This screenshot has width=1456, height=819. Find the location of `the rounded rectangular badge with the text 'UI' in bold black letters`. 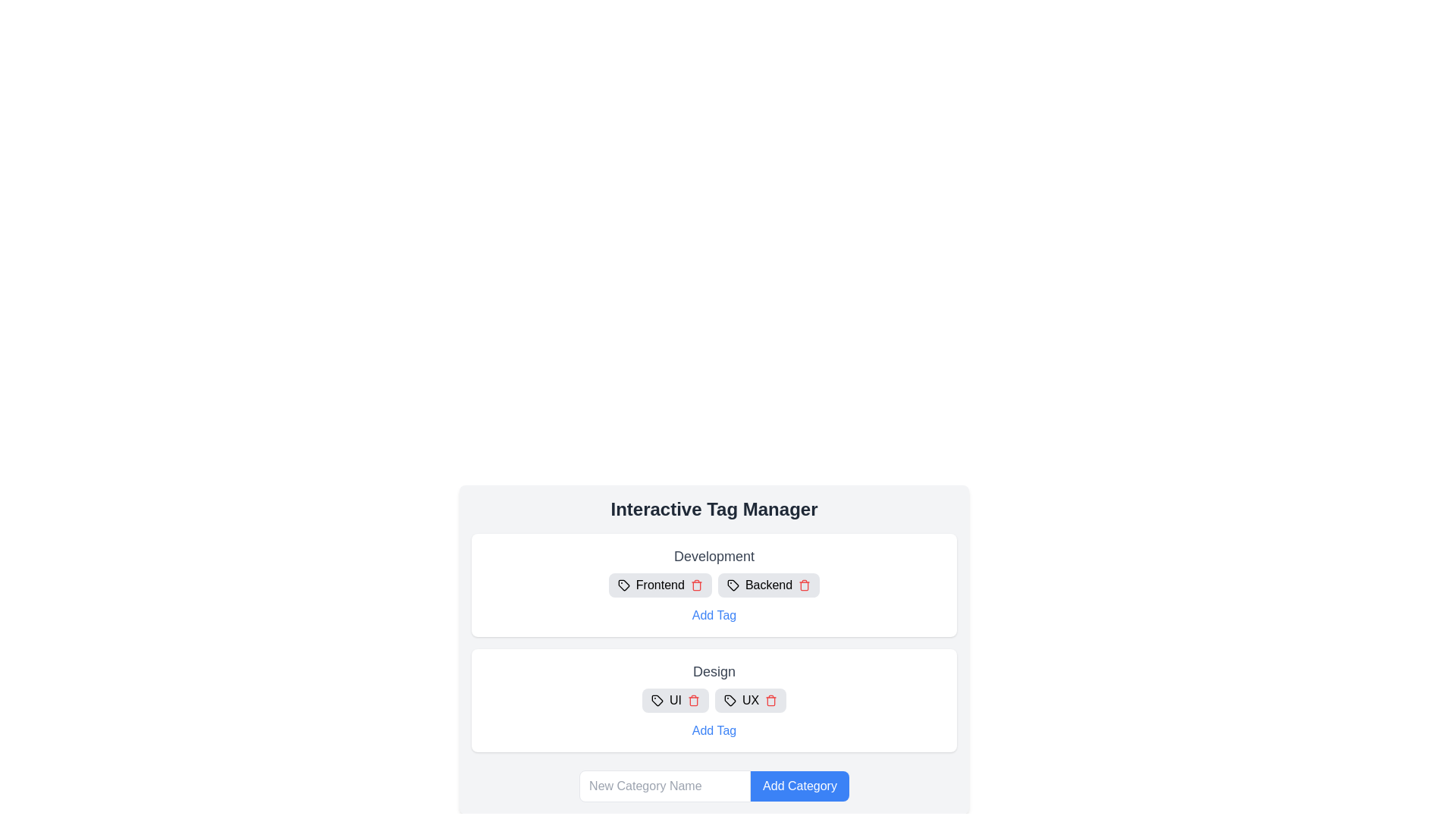

the rounded rectangular badge with the text 'UI' in bold black letters is located at coordinates (674, 701).